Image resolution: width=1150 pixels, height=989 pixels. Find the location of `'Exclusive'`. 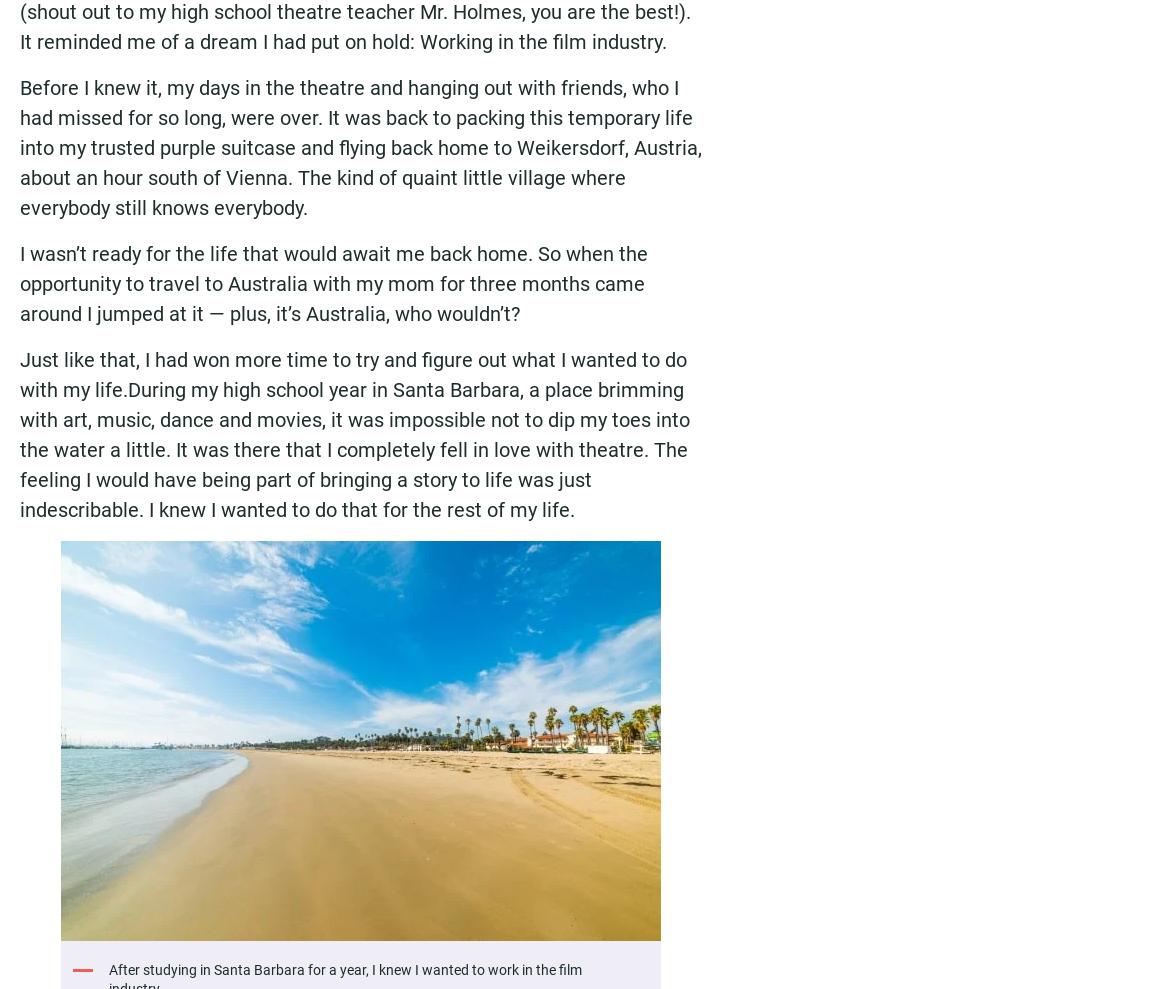

'Exclusive' is located at coordinates (167, 916).